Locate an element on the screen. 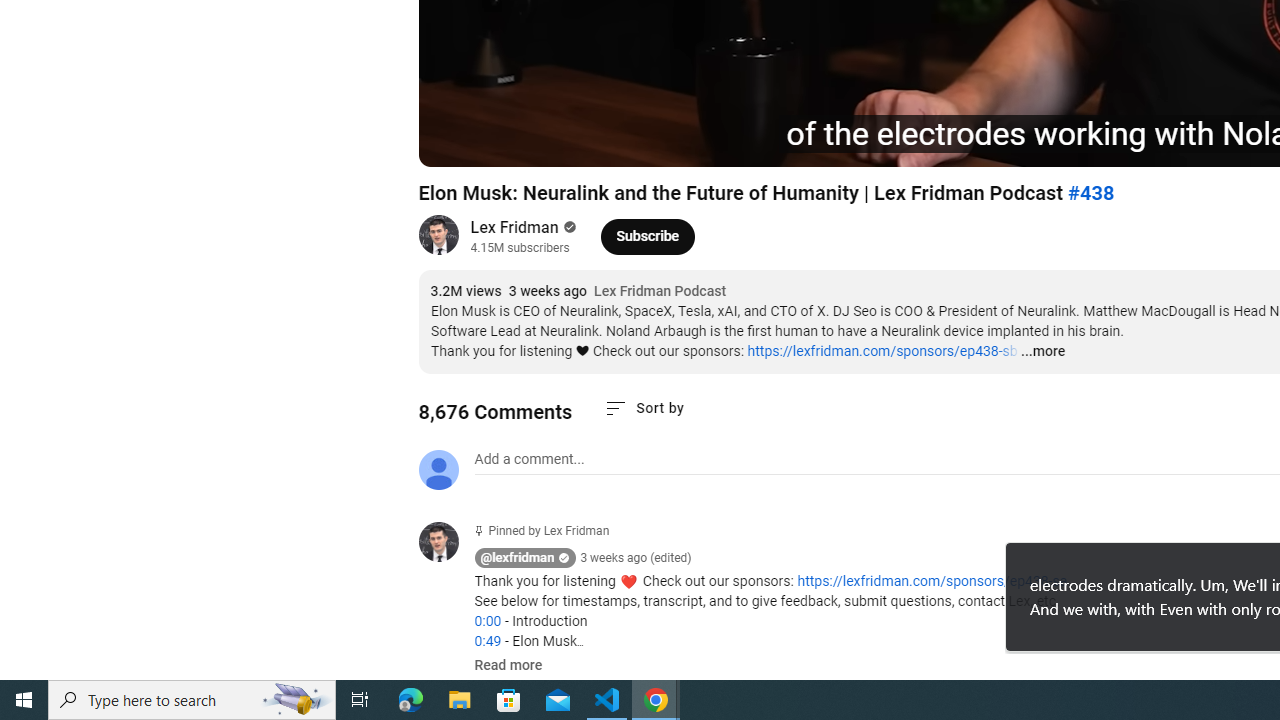 Image resolution: width=1280 pixels, height=720 pixels. 'https://lexfridman.com/sponsors/ep438-sb' is located at coordinates (881, 350).